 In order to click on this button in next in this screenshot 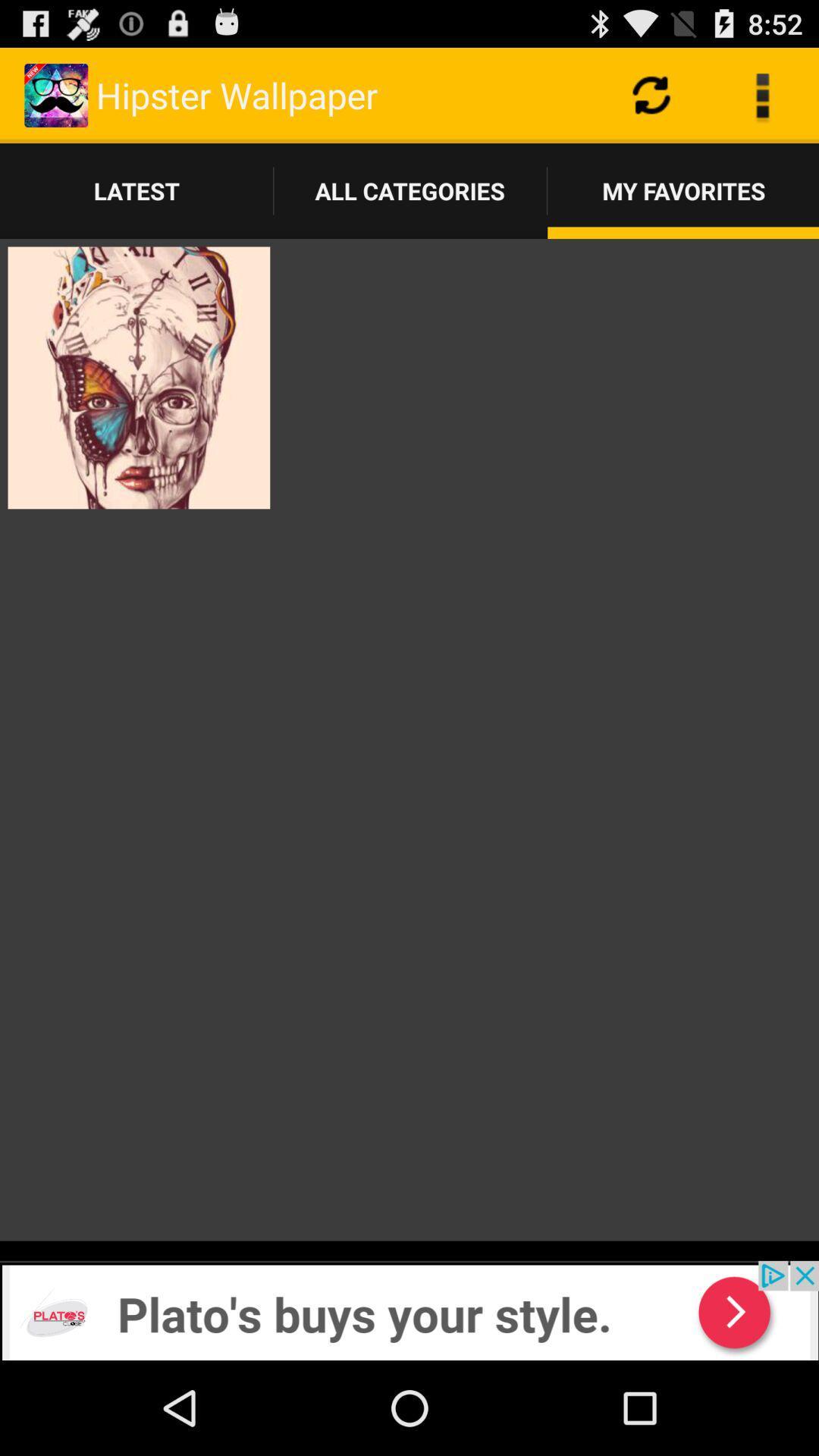, I will do `click(409, 1310)`.